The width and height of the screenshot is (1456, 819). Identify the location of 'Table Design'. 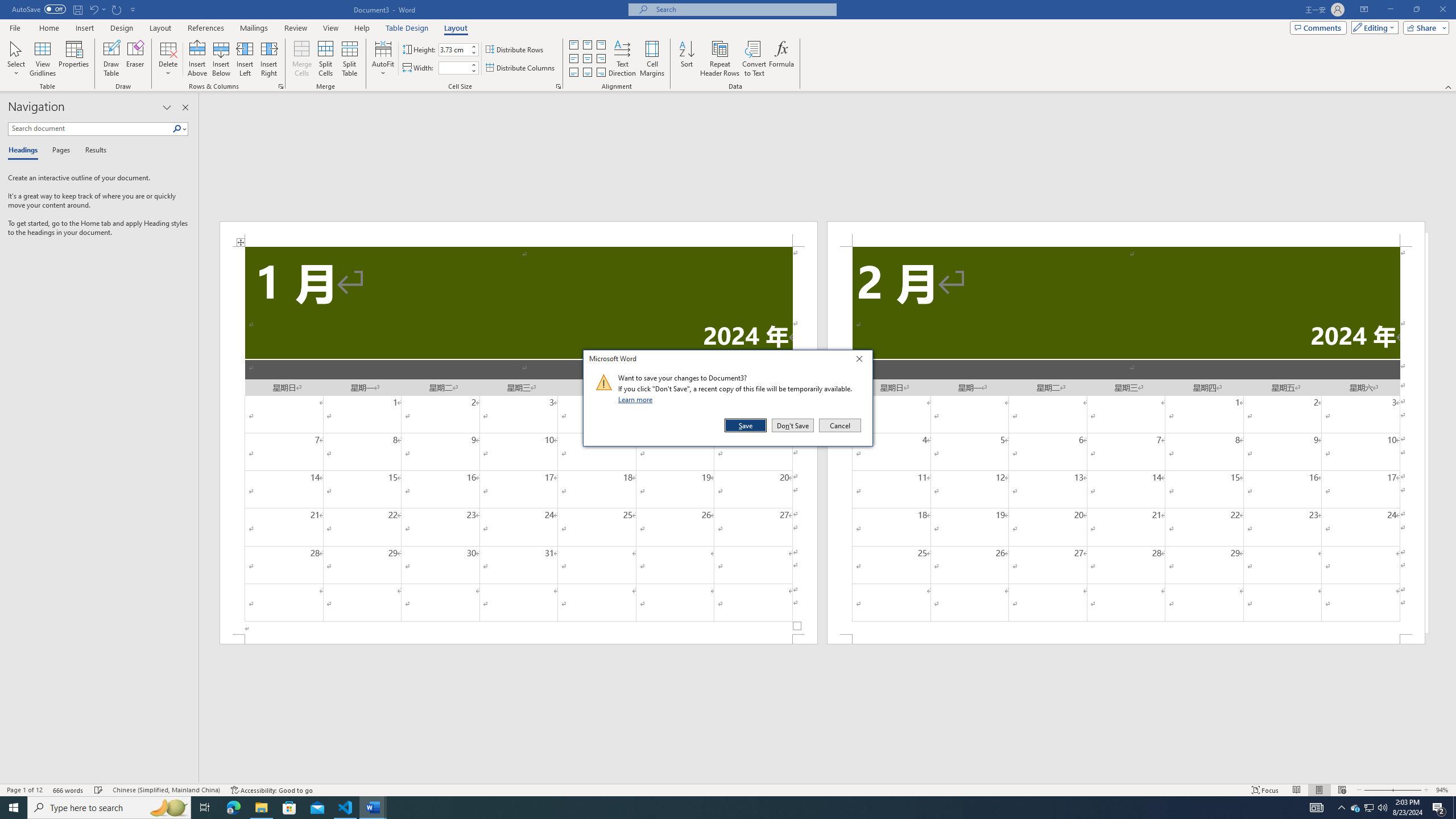
(407, 28).